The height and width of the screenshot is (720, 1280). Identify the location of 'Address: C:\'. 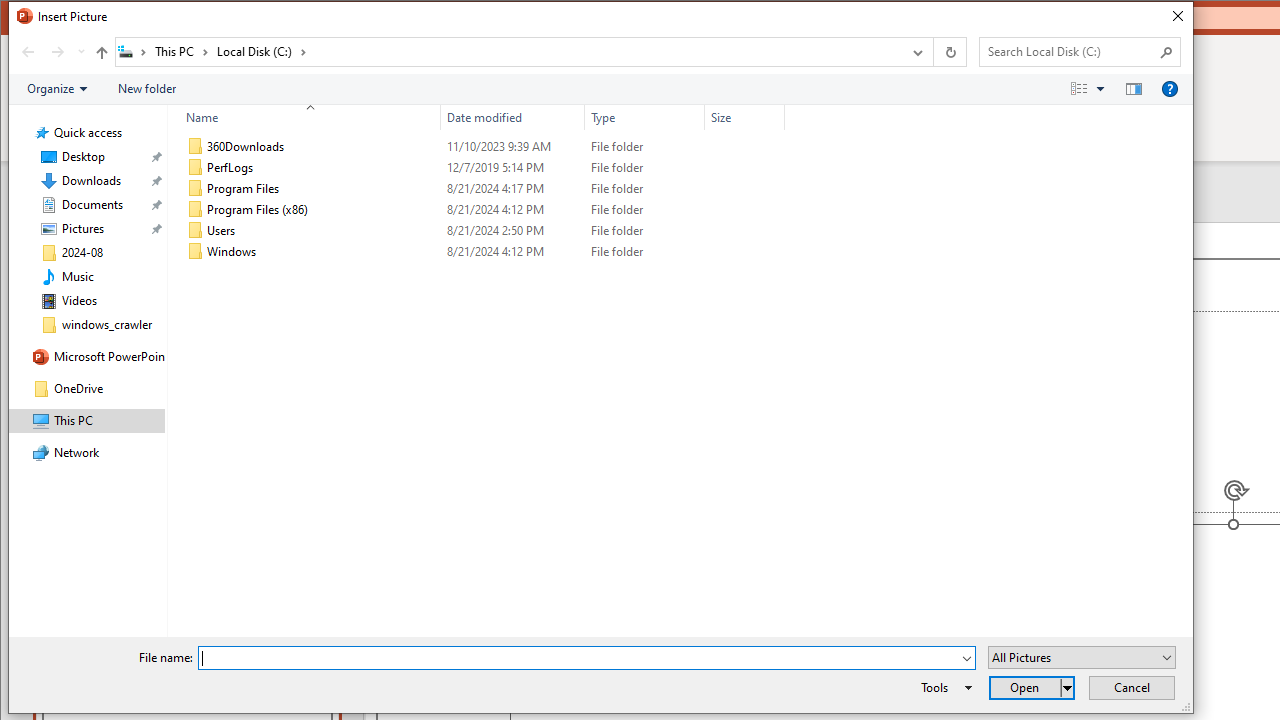
(508, 50).